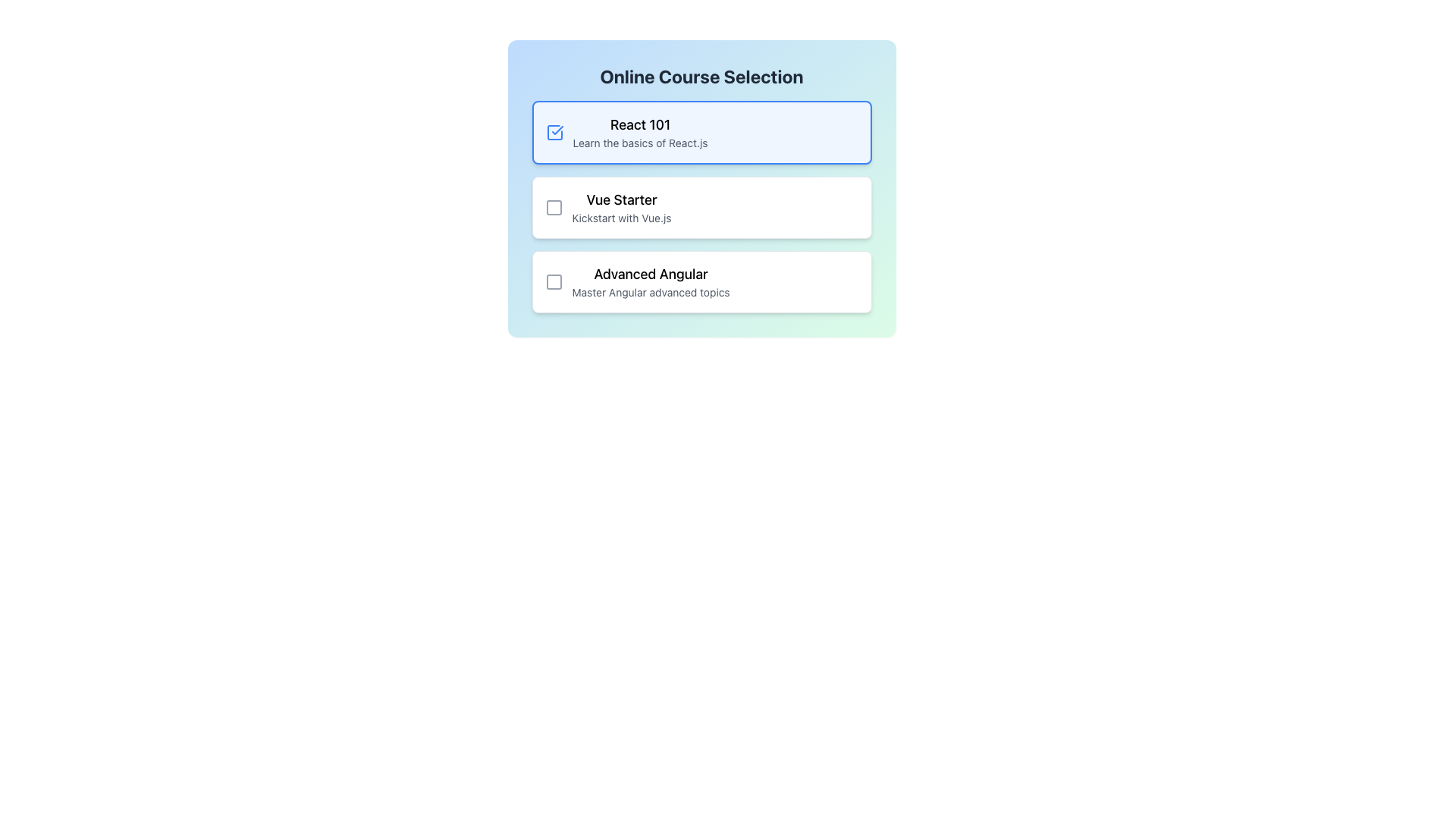  Describe the element at coordinates (640, 143) in the screenshot. I see `the text snippet reading 'Learn the basics of React.js' located beneath the title 'React 101' in the 'Online Course Selection' interface` at that location.